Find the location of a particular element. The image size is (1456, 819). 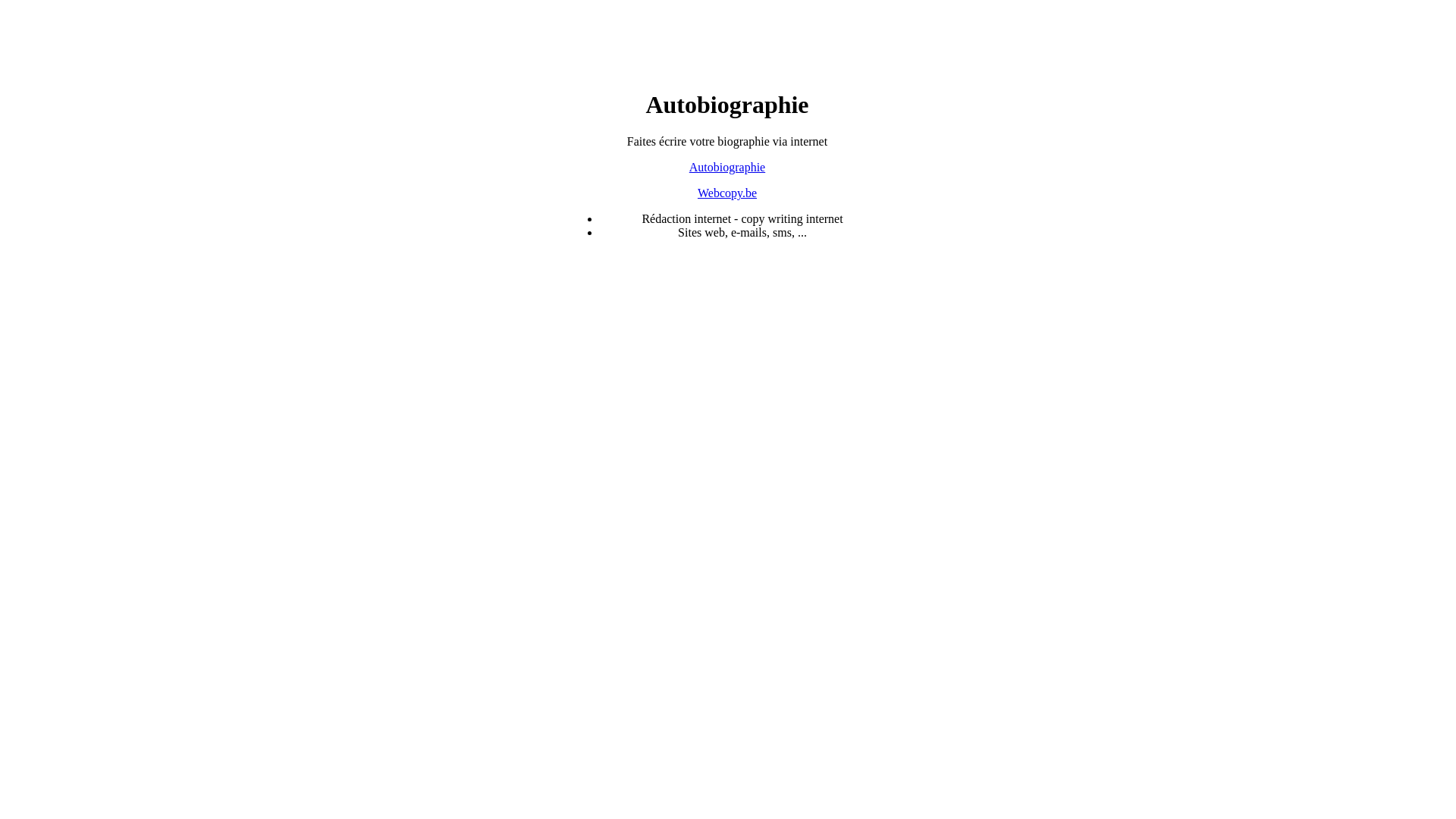

'Webcopy.be' is located at coordinates (726, 192).